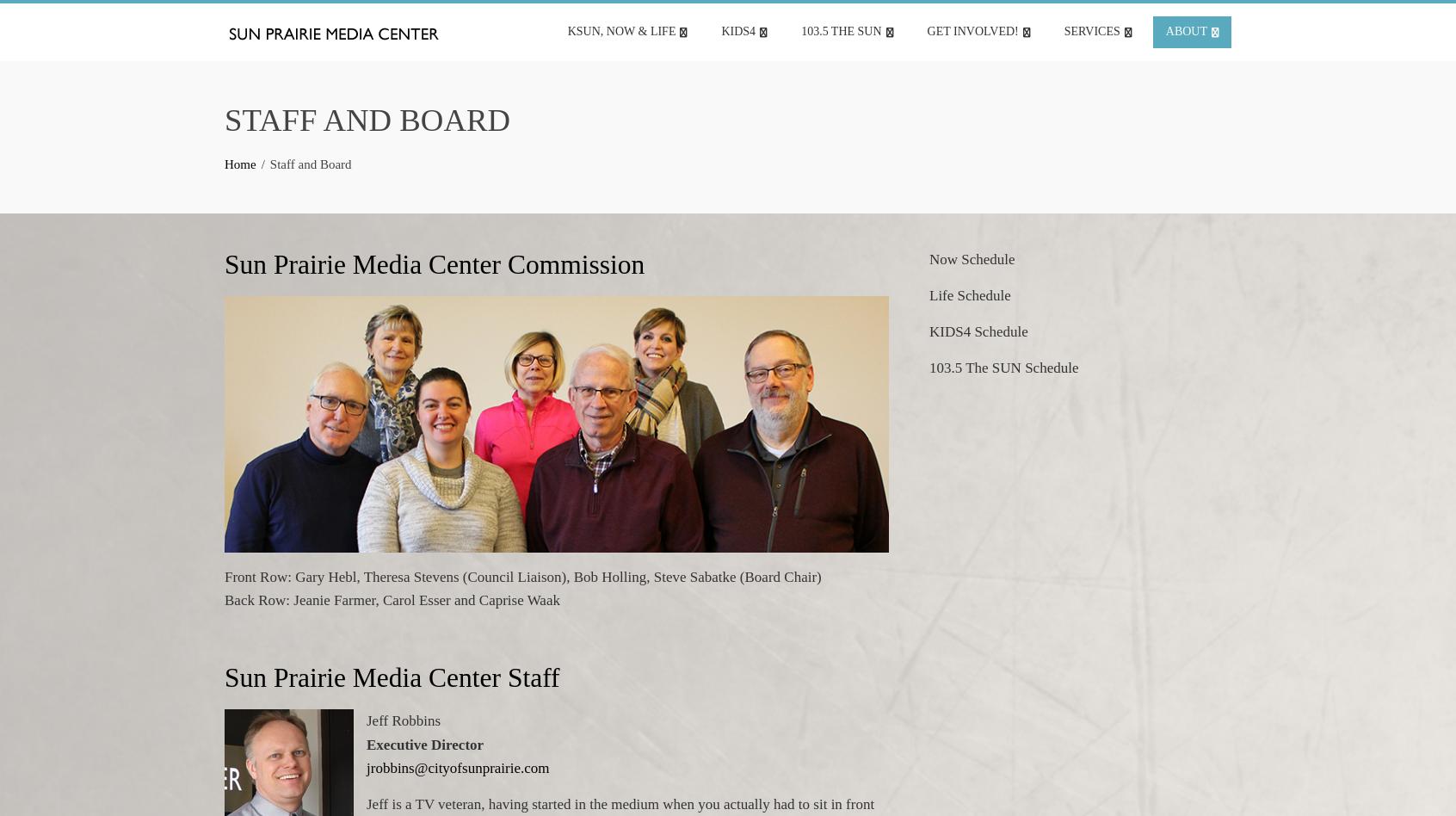 Image resolution: width=1456 pixels, height=816 pixels. Describe the element at coordinates (457, 766) in the screenshot. I see `'jrobbins@cityofsunprairie.com'` at that location.